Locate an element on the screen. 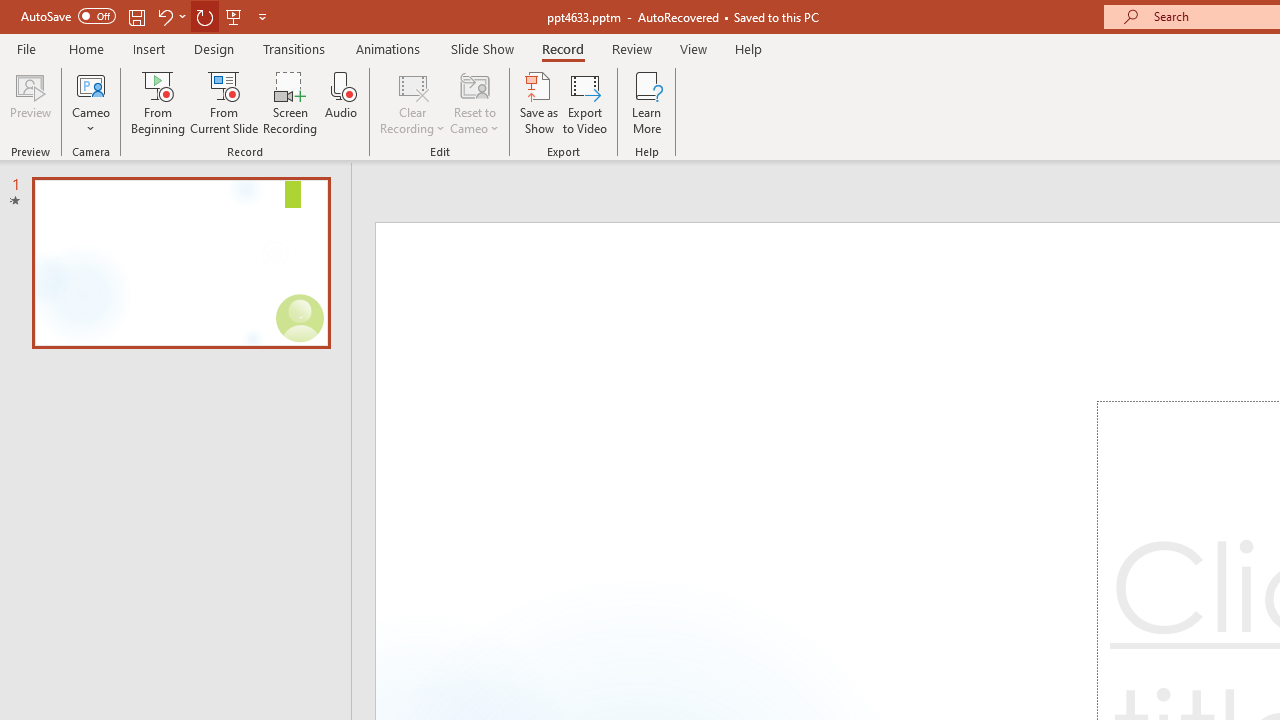 The width and height of the screenshot is (1280, 720). 'Cameo' is located at coordinates (90, 103).